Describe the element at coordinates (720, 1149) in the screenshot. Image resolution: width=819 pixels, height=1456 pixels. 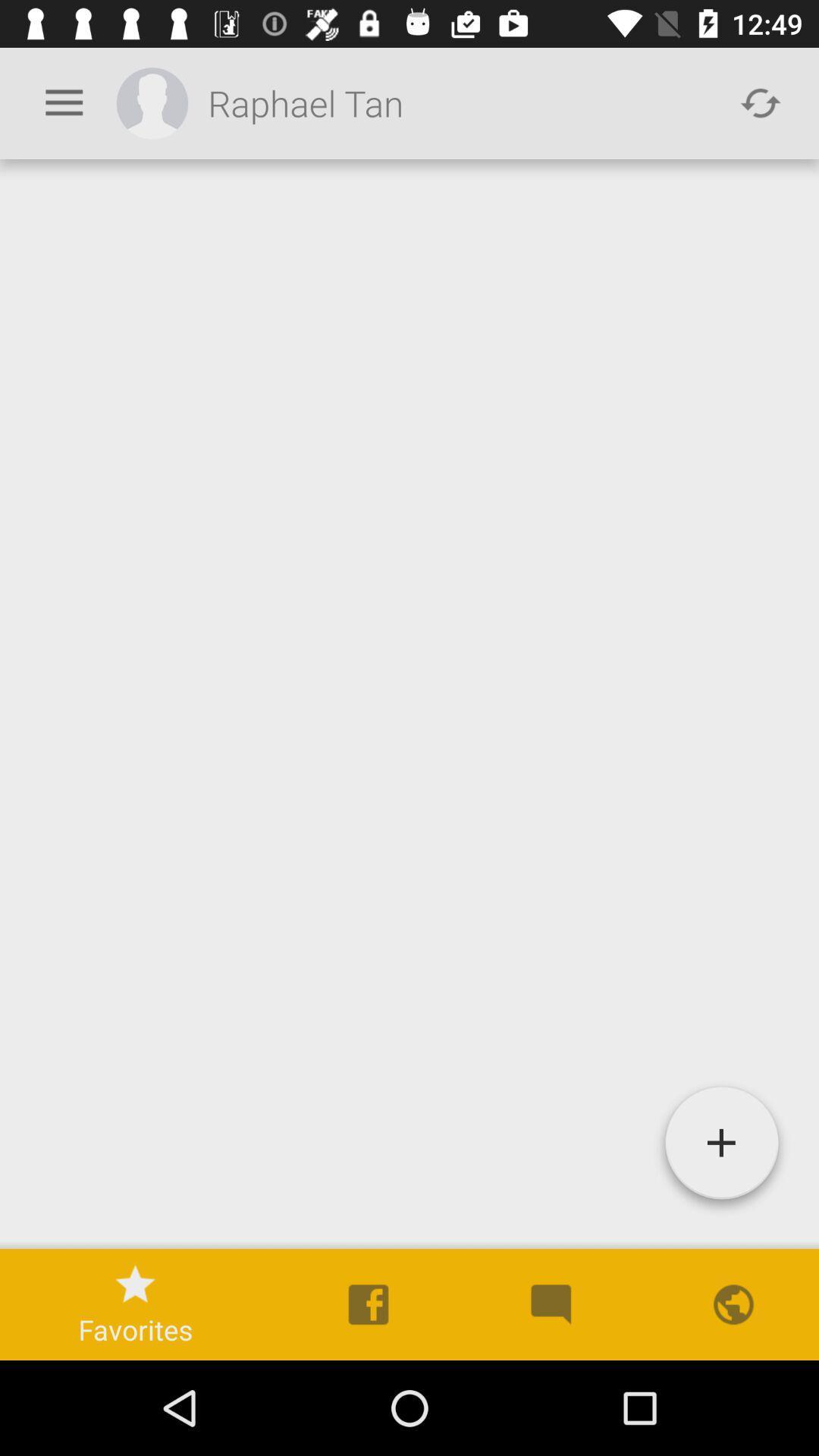
I see `the add icon` at that location.